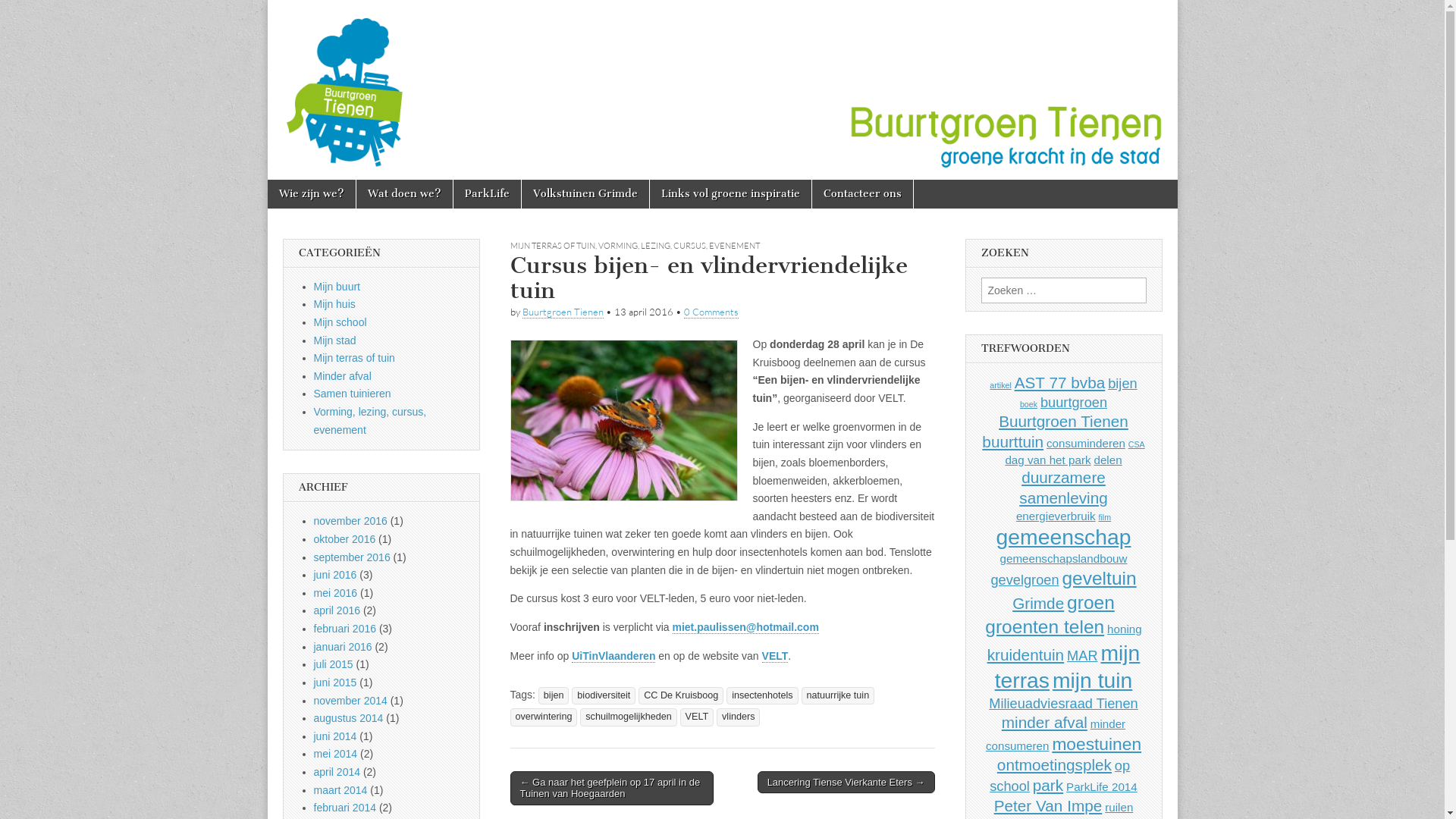 This screenshot has height=819, width=1456. Describe the element at coordinates (1119, 806) in the screenshot. I see `'ruilen'` at that location.